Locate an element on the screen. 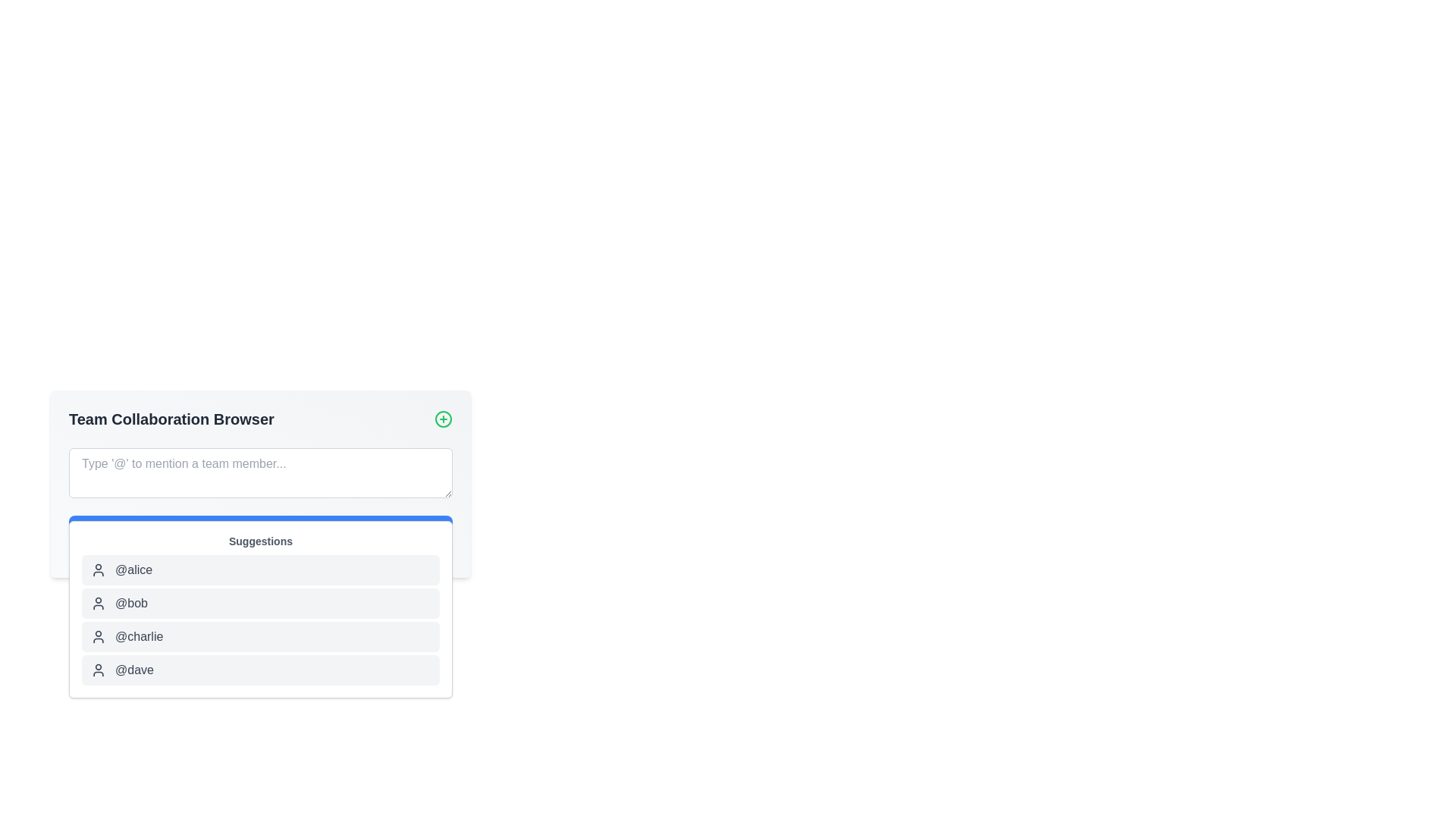 This screenshot has width=1456, height=819. the user profile icon representing '@bob' in the suggestion list, located at the leftmost side of the suggestion block is located at coordinates (97, 602).